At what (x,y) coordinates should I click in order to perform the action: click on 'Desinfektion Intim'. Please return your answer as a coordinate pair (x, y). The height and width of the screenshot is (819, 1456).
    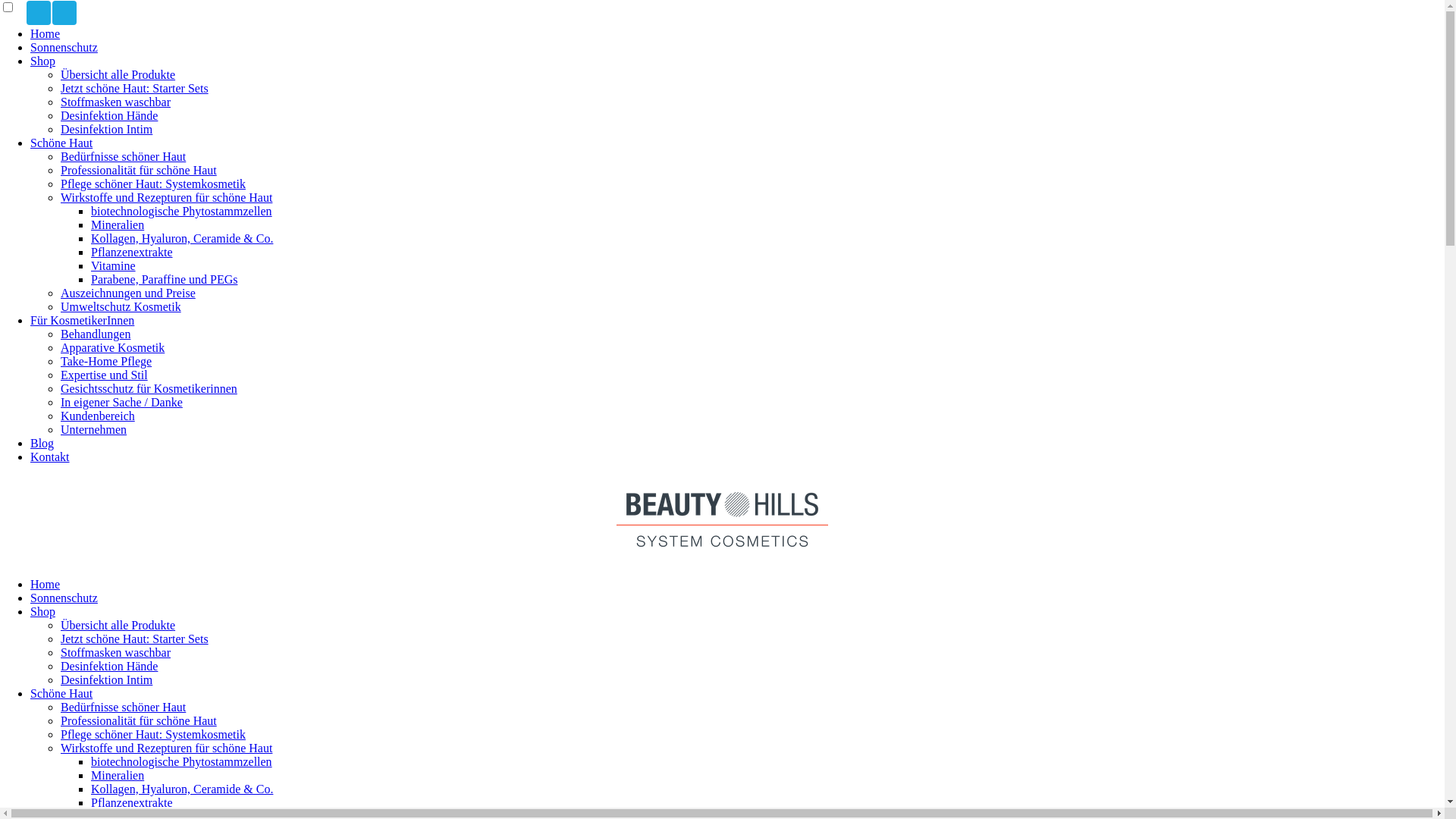
    Looking at the image, I should click on (105, 679).